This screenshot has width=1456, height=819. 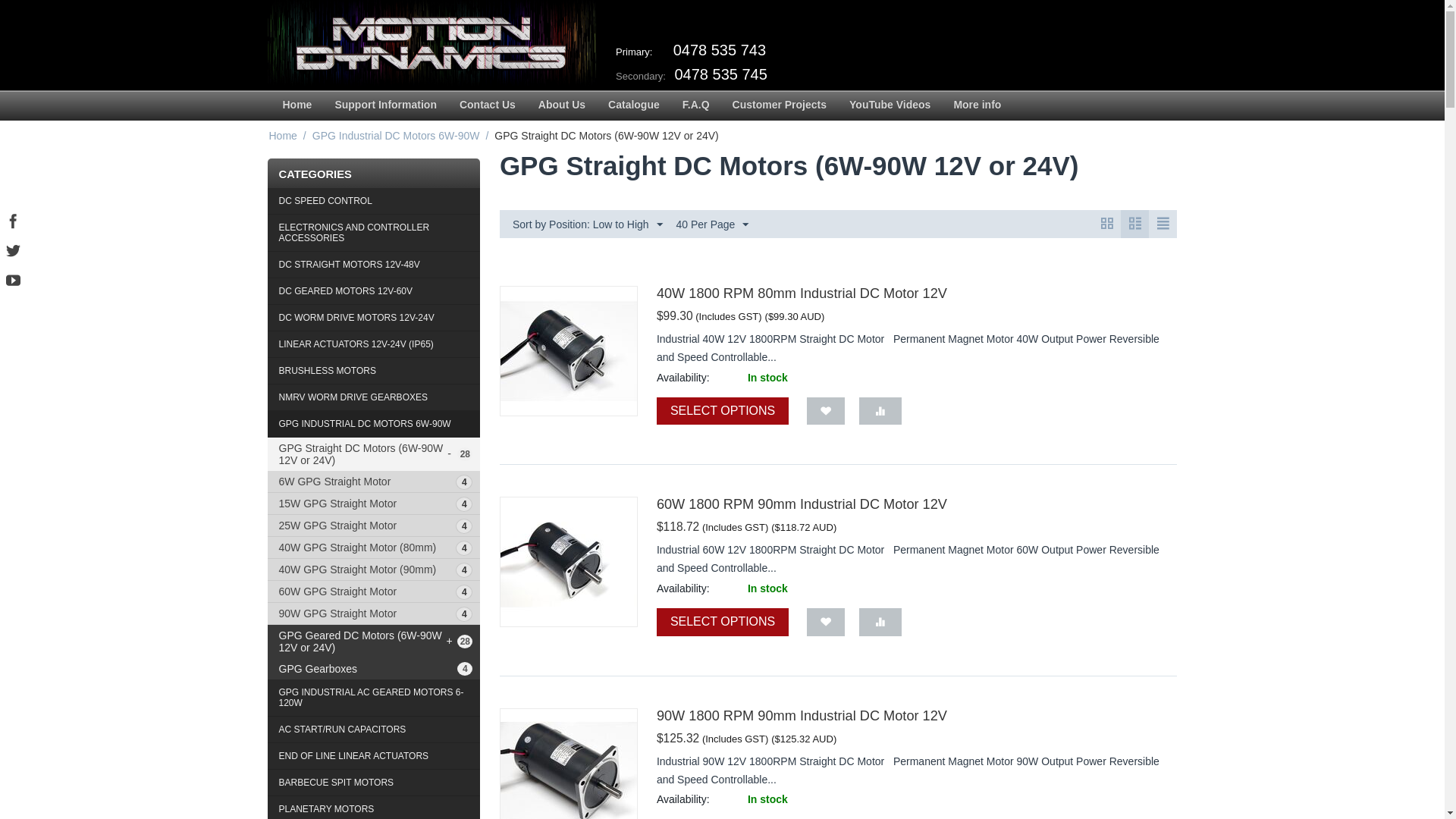 What do you see at coordinates (977, 105) in the screenshot?
I see `'More info'` at bounding box center [977, 105].